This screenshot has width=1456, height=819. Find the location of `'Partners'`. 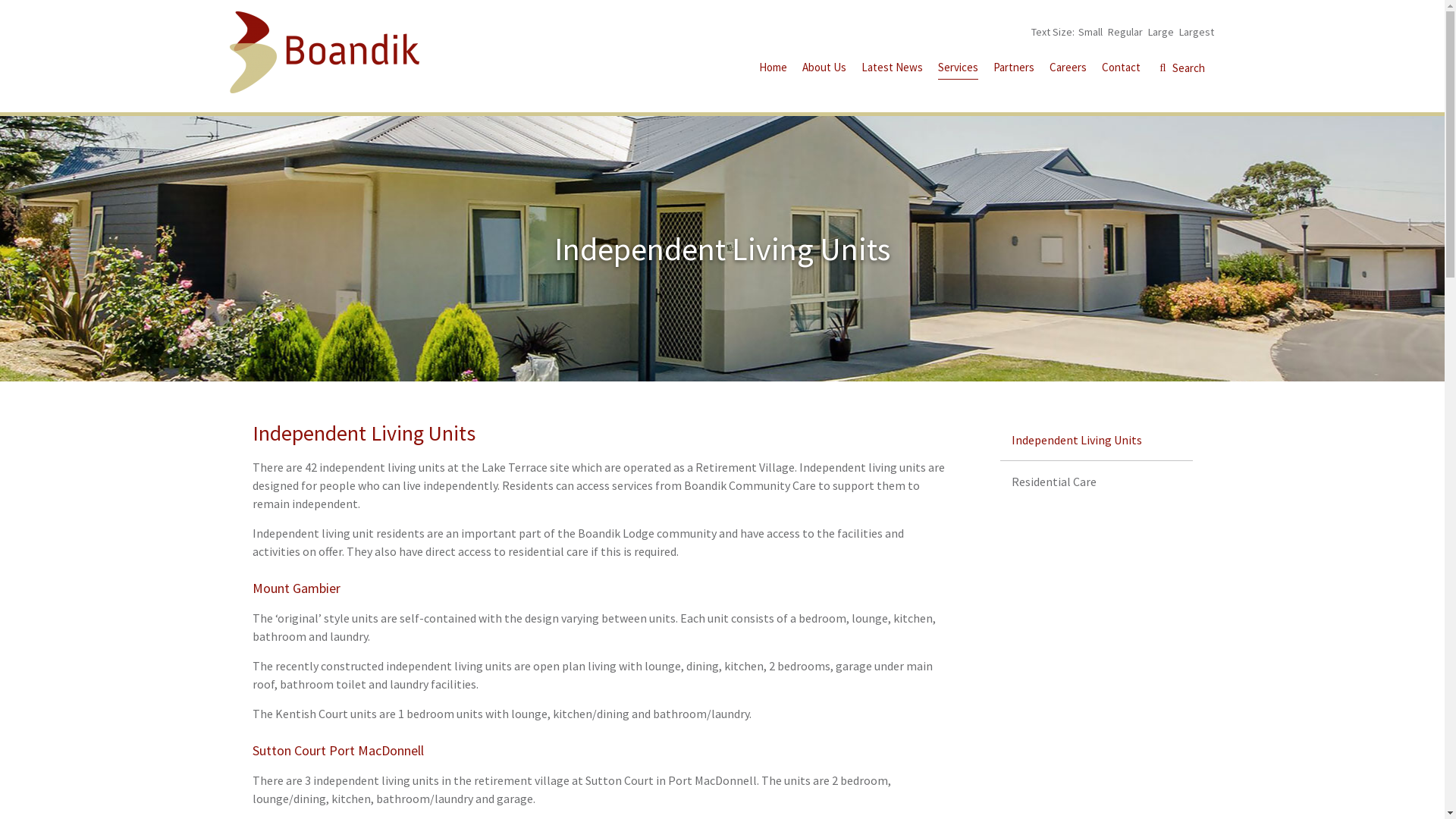

'Partners' is located at coordinates (1014, 69).